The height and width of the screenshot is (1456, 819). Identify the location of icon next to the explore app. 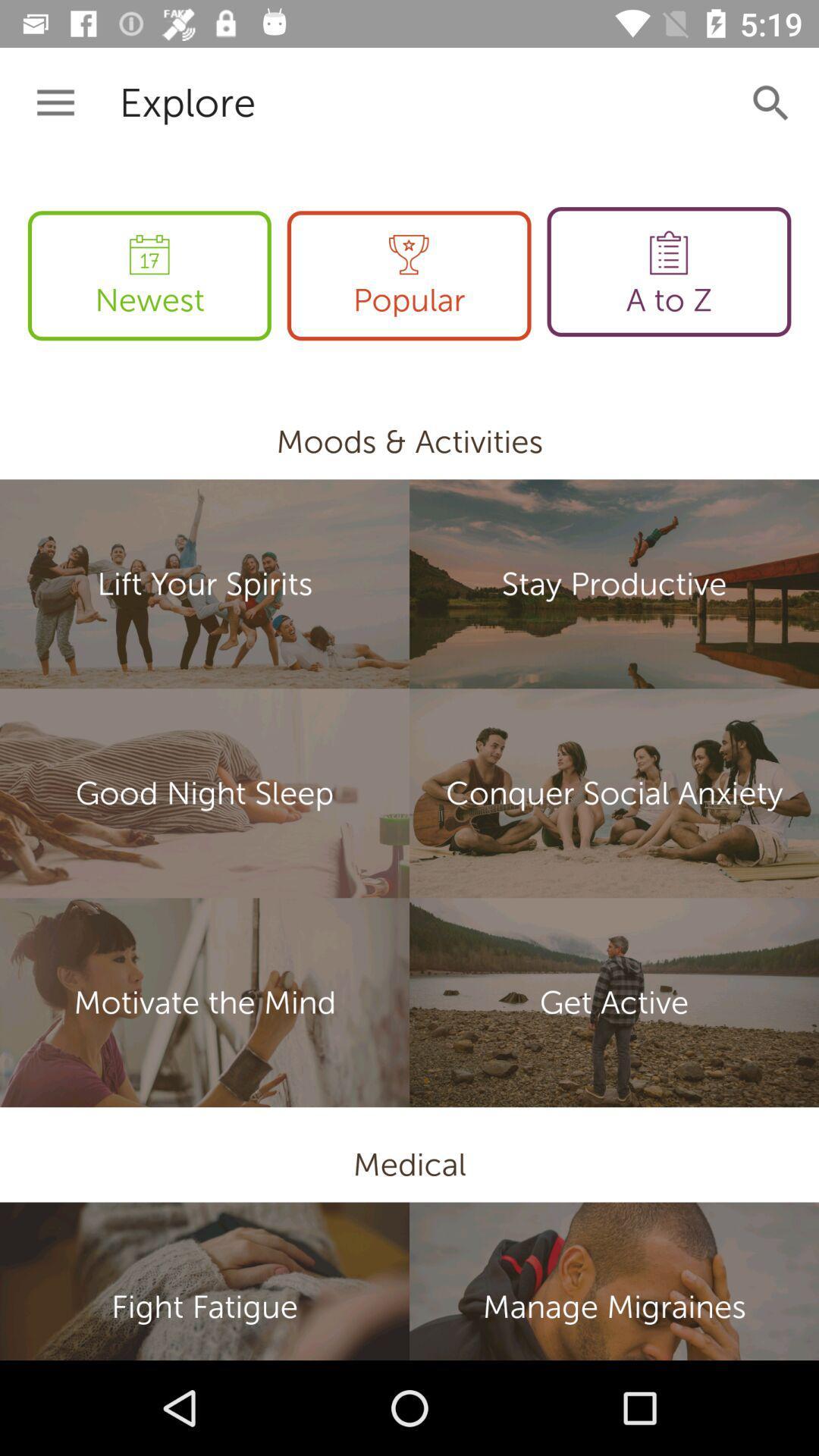
(55, 102).